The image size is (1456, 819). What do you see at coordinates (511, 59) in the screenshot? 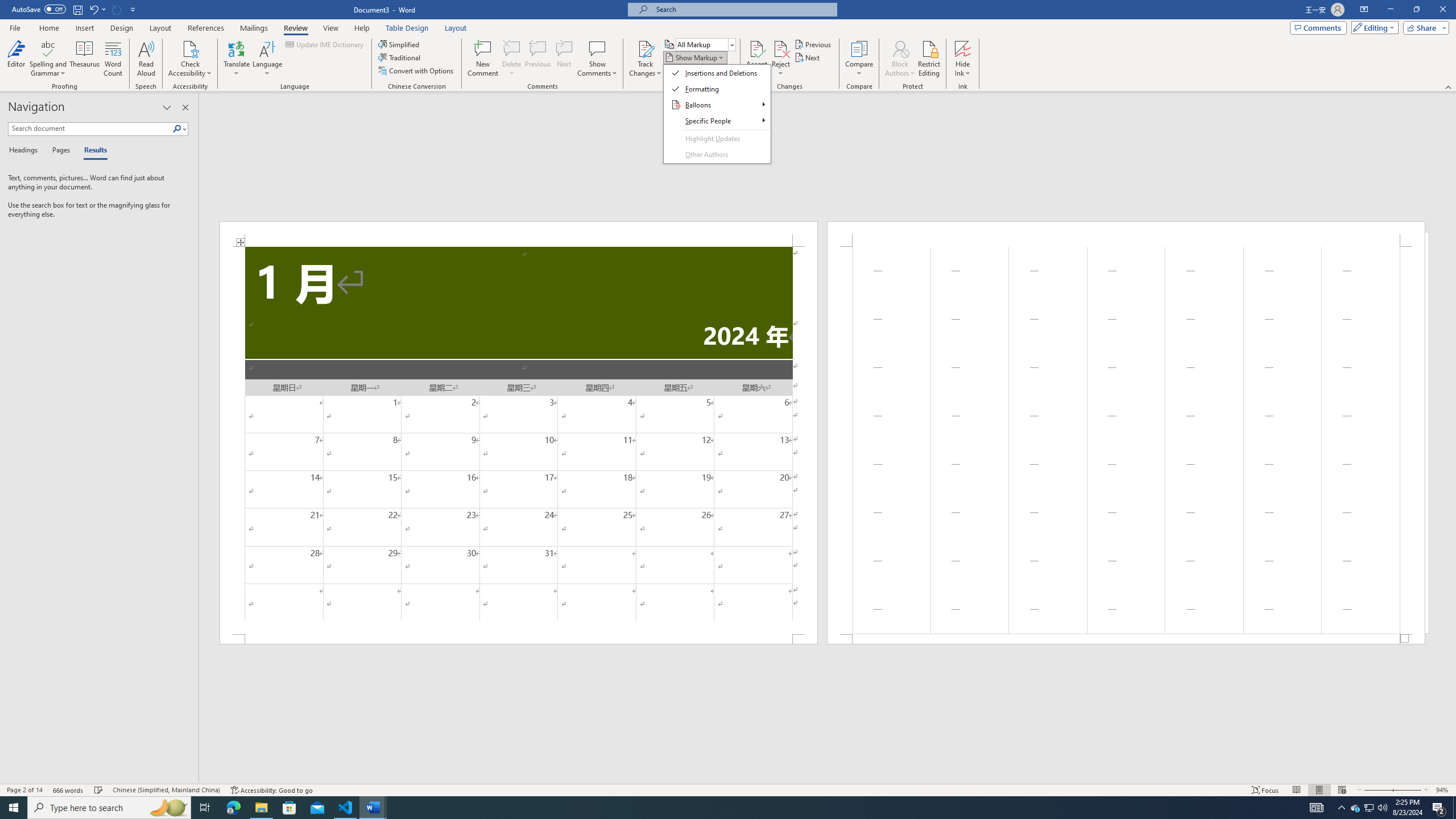
I see `'Delete'` at bounding box center [511, 59].